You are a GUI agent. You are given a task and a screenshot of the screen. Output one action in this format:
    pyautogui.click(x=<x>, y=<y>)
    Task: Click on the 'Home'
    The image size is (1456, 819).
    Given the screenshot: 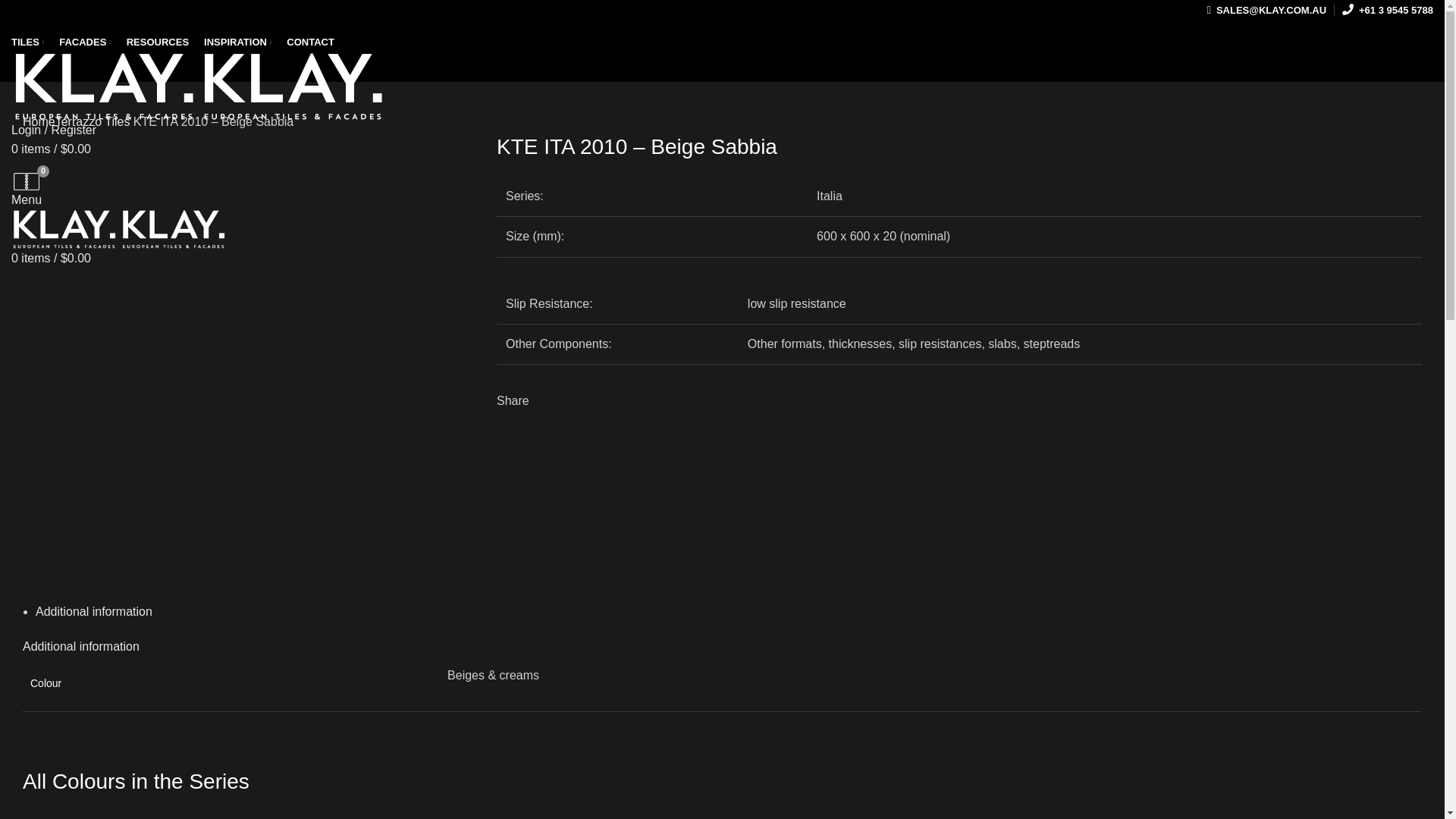 What is the action you would take?
    pyautogui.click(x=39, y=121)
    